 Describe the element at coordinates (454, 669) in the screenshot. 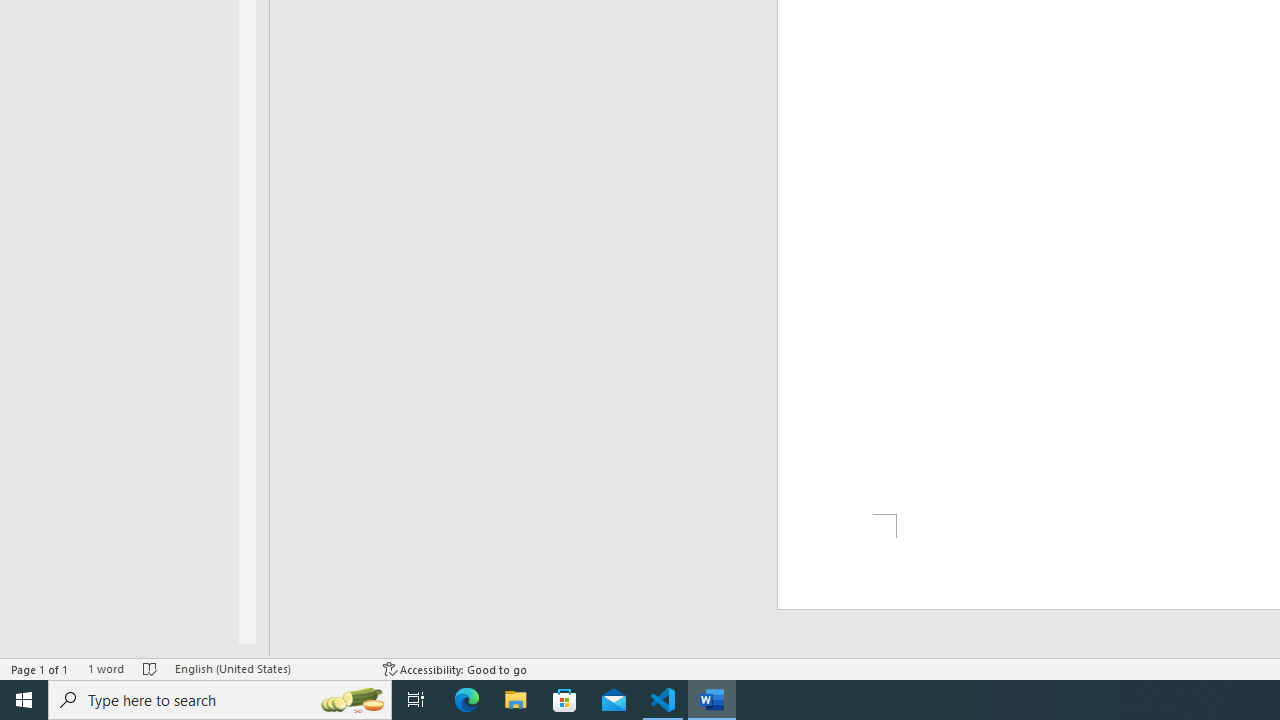

I see `'Accessibility Checker Accessibility: Good to go'` at that location.